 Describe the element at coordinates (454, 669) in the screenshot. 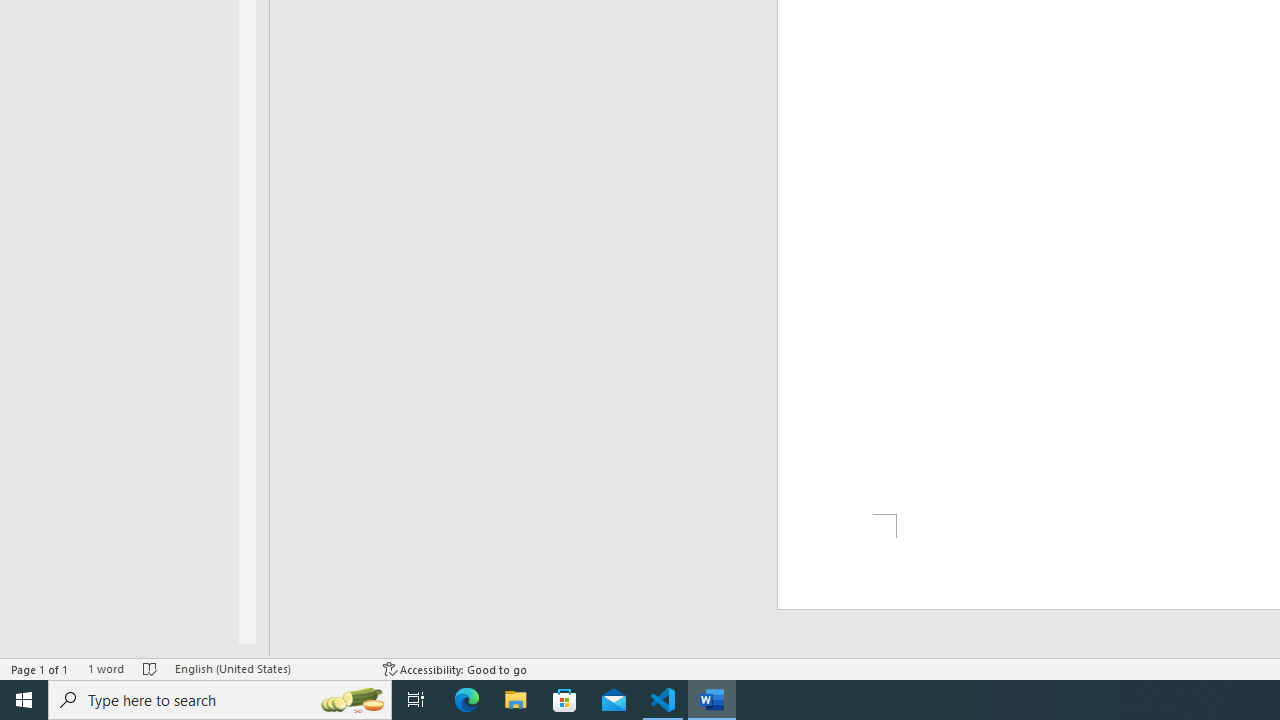

I see `'Accessibility Checker Accessibility: Good to go'` at that location.